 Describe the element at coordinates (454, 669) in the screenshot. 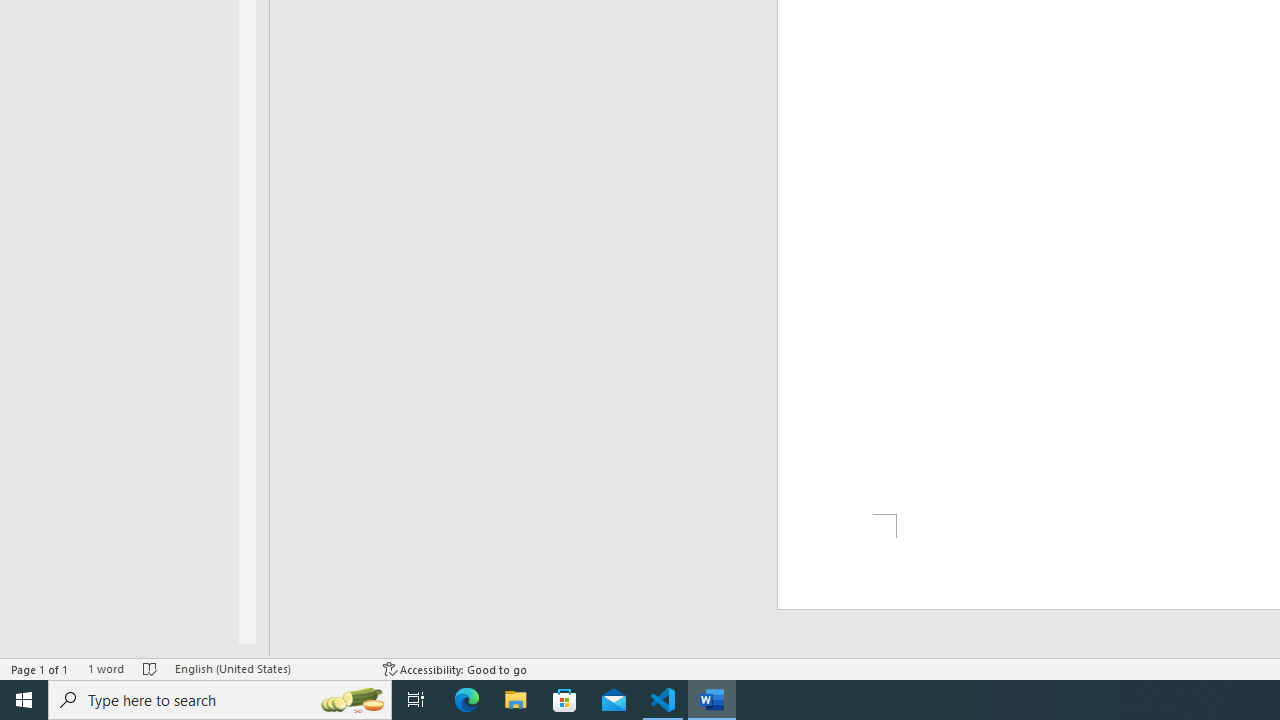

I see `'Accessibility Checker Accessibility: Good to go'` at that location.